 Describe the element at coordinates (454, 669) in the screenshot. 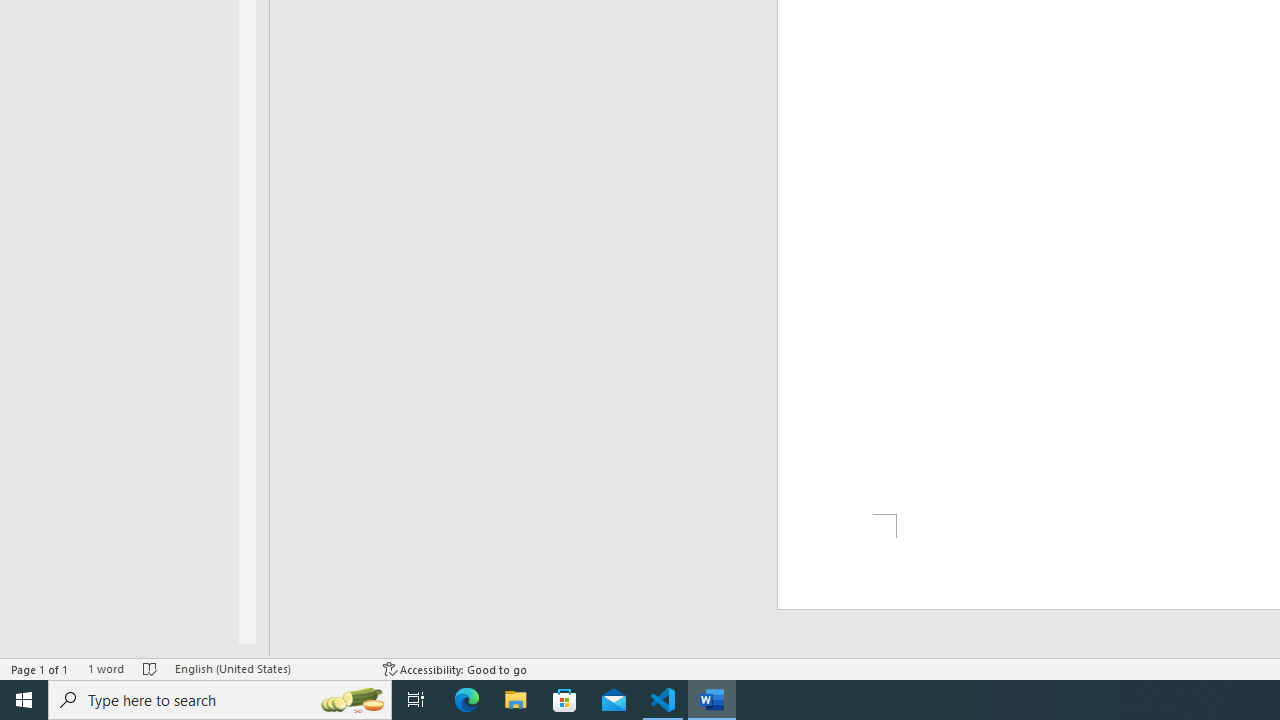

I see `'Accessibility Checker Accessibility: Good to go'` at that location.